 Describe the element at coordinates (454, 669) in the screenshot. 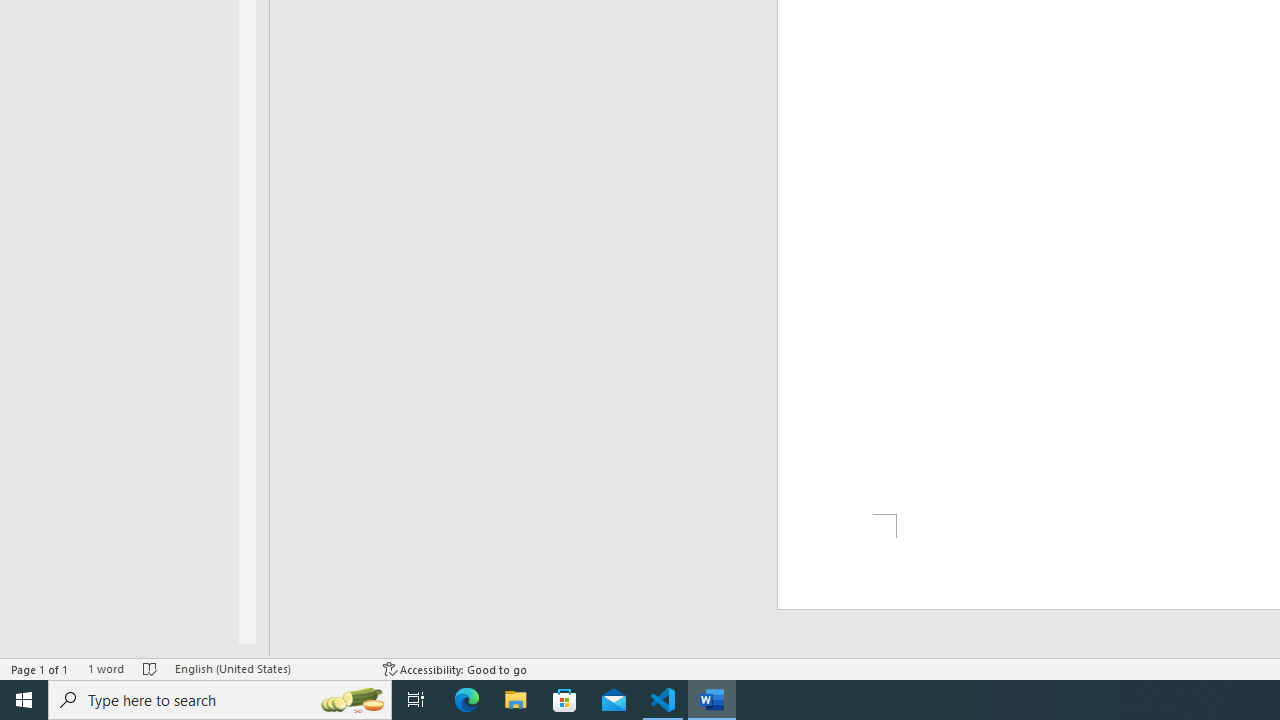

I see `'Accessibility Checker Accessibility: Good to go'` at that location.